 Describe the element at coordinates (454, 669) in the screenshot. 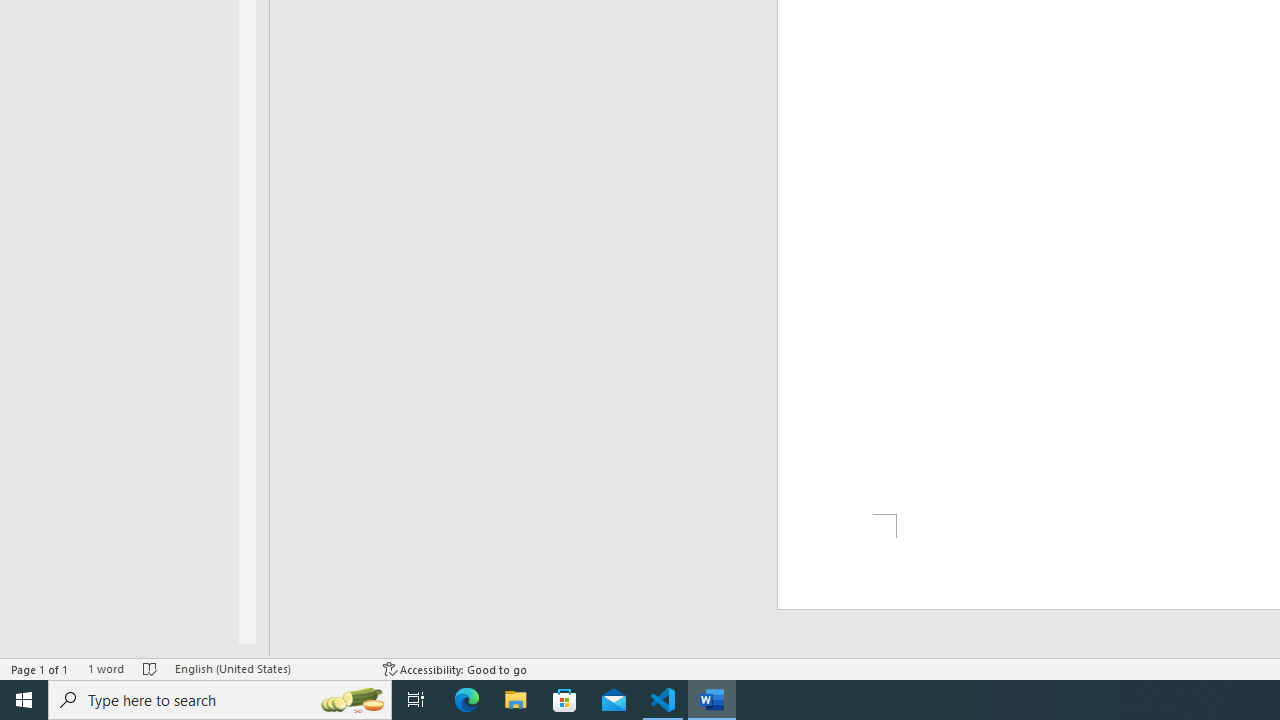

I see `'Accessibility Checker Accessibility: Good to go'` at that location.